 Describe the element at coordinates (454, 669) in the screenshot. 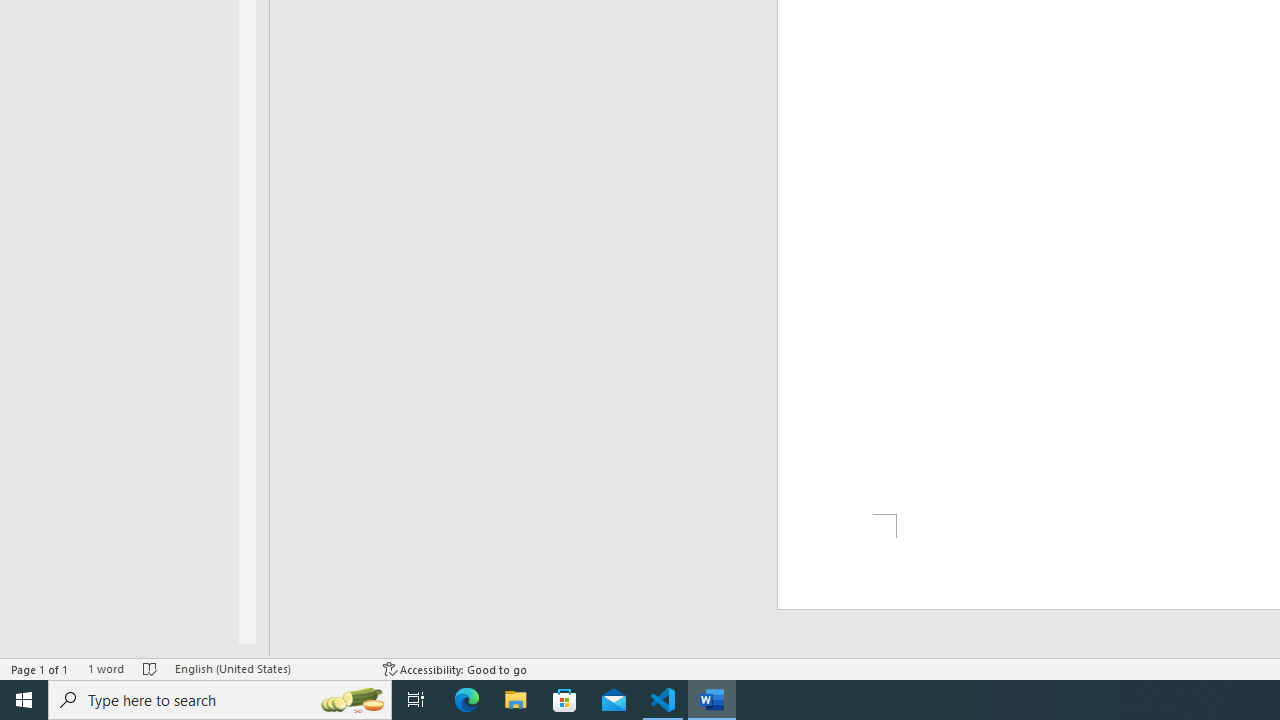

I see `'Accessibility Checker Accessibility: Good to go'` at that location.